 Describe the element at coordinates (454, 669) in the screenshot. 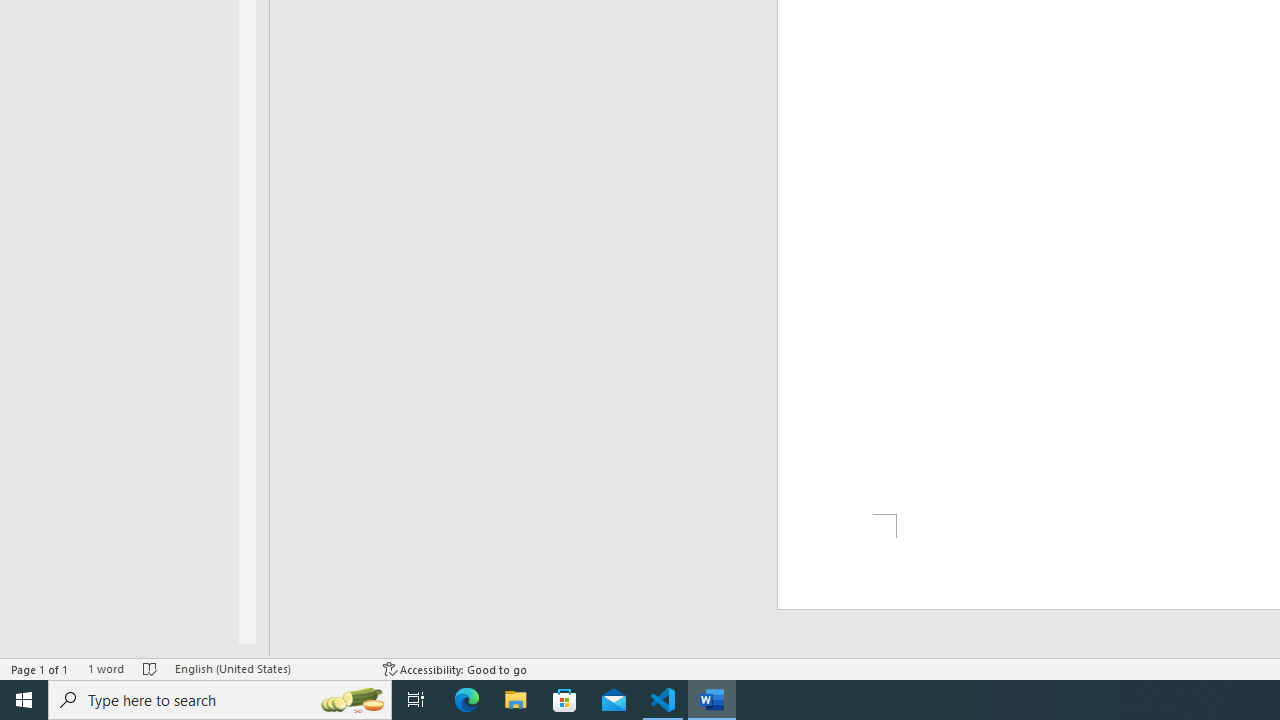

I see `'Accessibility Checker Accessibility: Good to go'` at that location.